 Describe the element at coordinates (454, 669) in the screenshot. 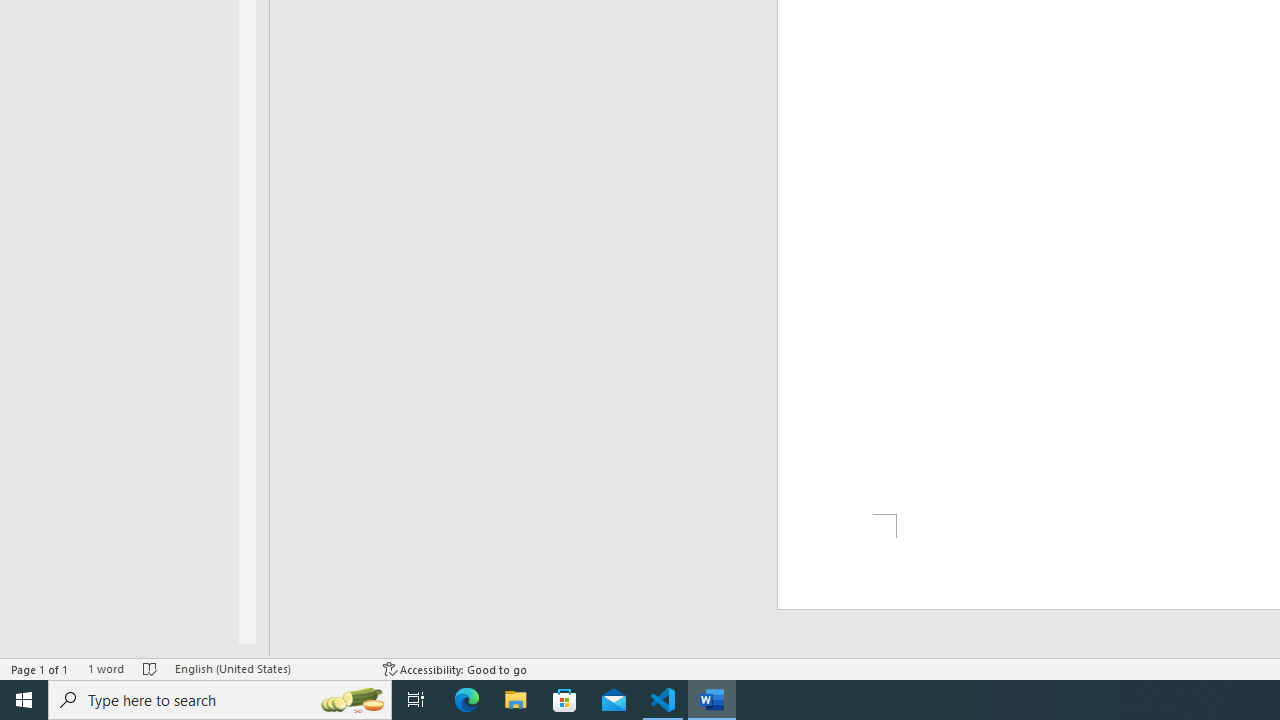

I see `'Accessibility Checker Accessibility: Good to go'` at that location.